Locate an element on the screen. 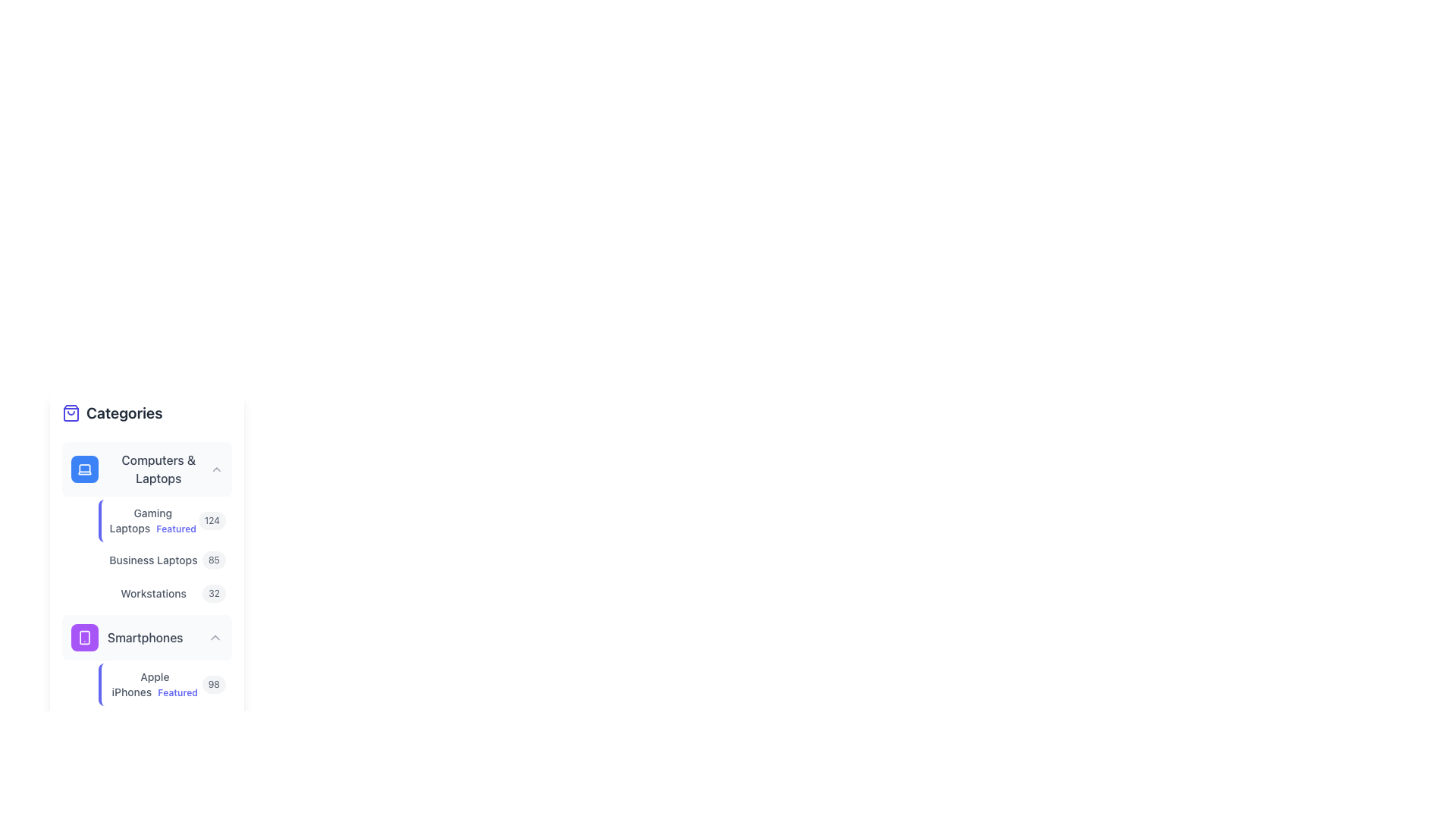 Image resolution: width=1456 pixels, height=819 pixels. the nested list item for "Apple iPhones" is located at coordinates (146, 693).